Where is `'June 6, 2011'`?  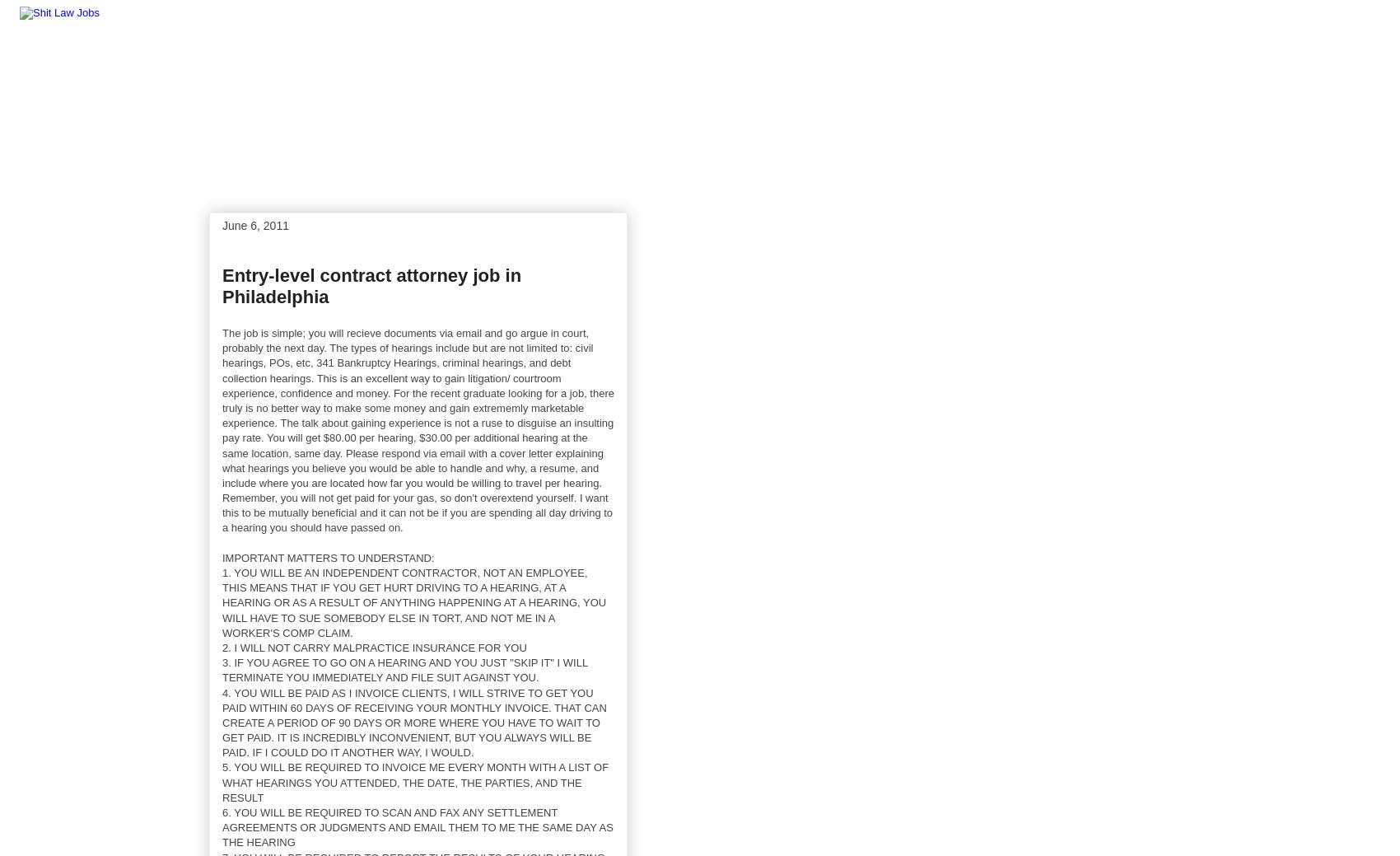
'June 6, 2011' is located at coordinates (222, 225).